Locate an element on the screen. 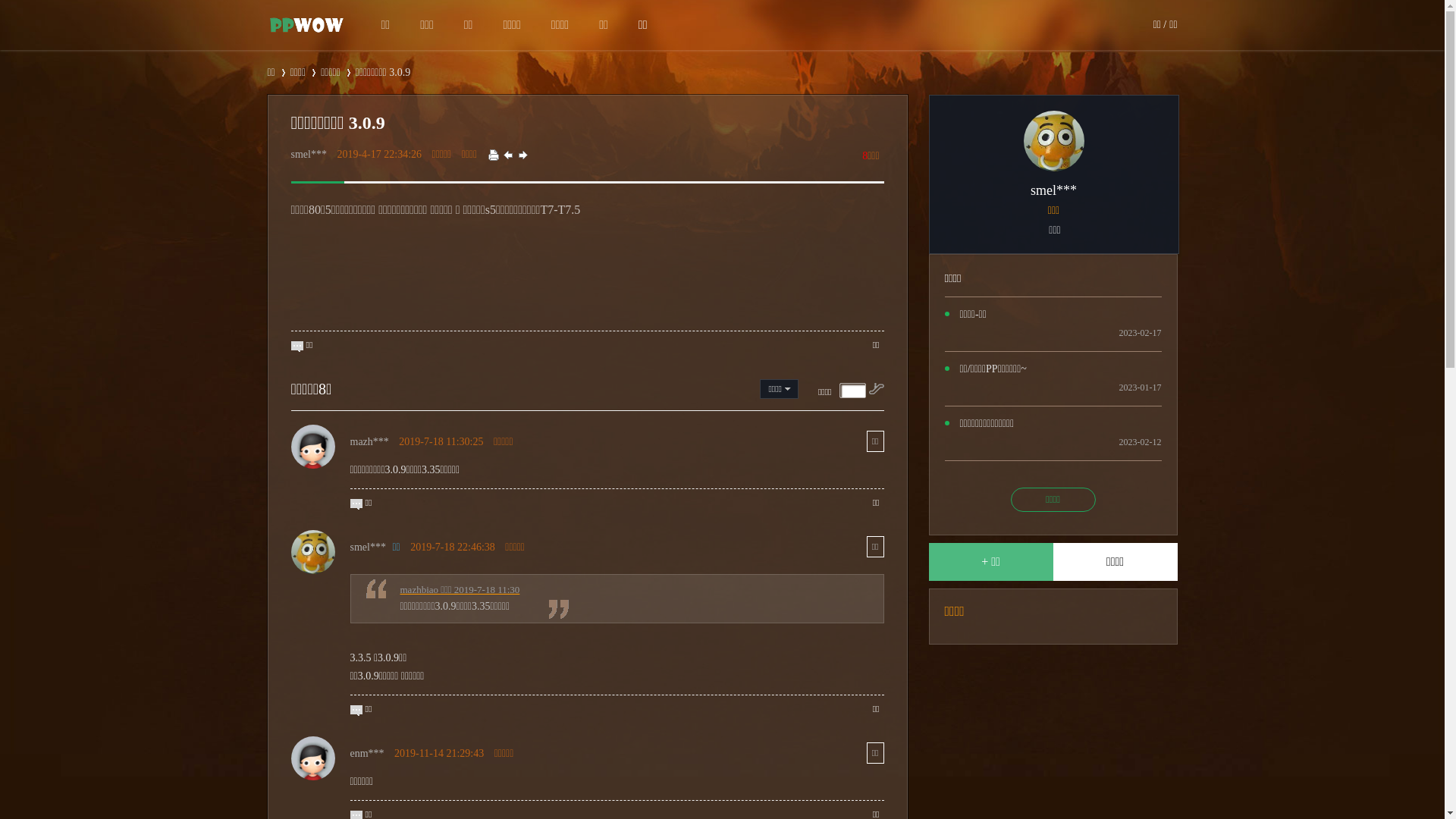 This screenshot has height=819, width=1456. 'smel***' is located at coordinates (1053, 190).